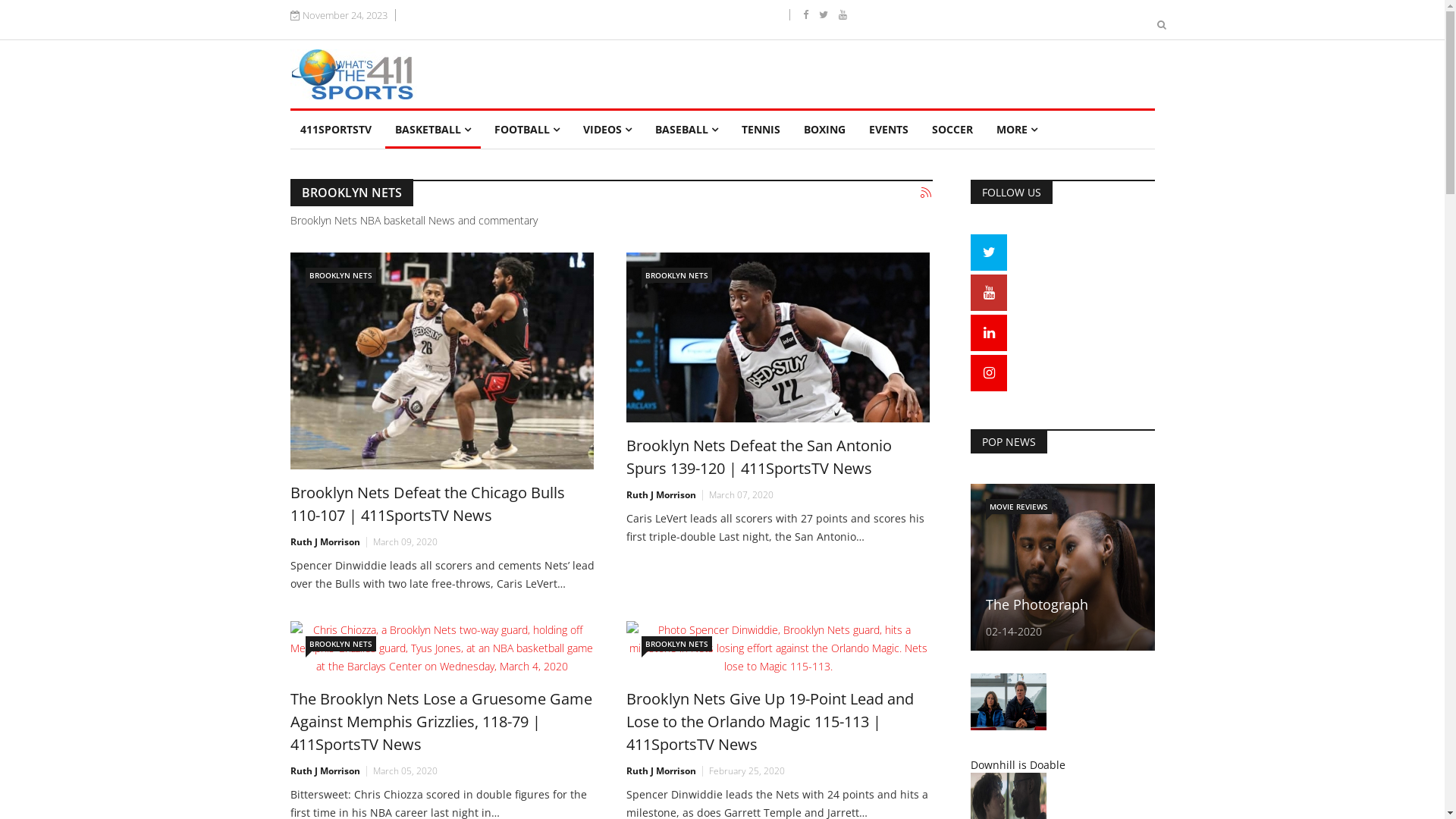 The width and height of the screenshot is (1456, 819). What do you see at coordinates (888, 128) in the screenshot?
I see `'EVENTS'` at bounding box center [888, 128].